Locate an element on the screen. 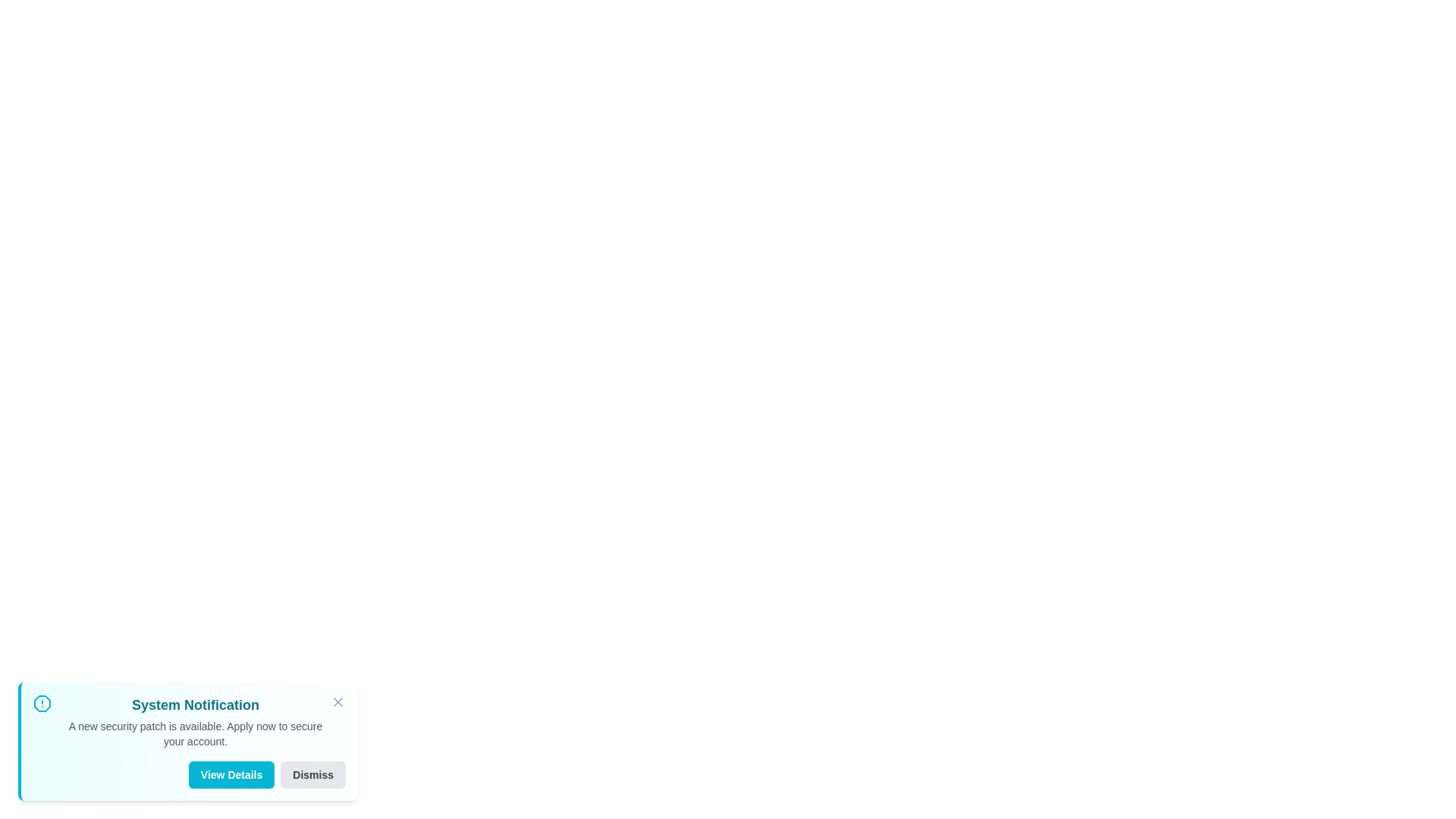 The image size is (1456, 819). the 'Dismiss' button to hide the alert is located at coordinates (312, 775).